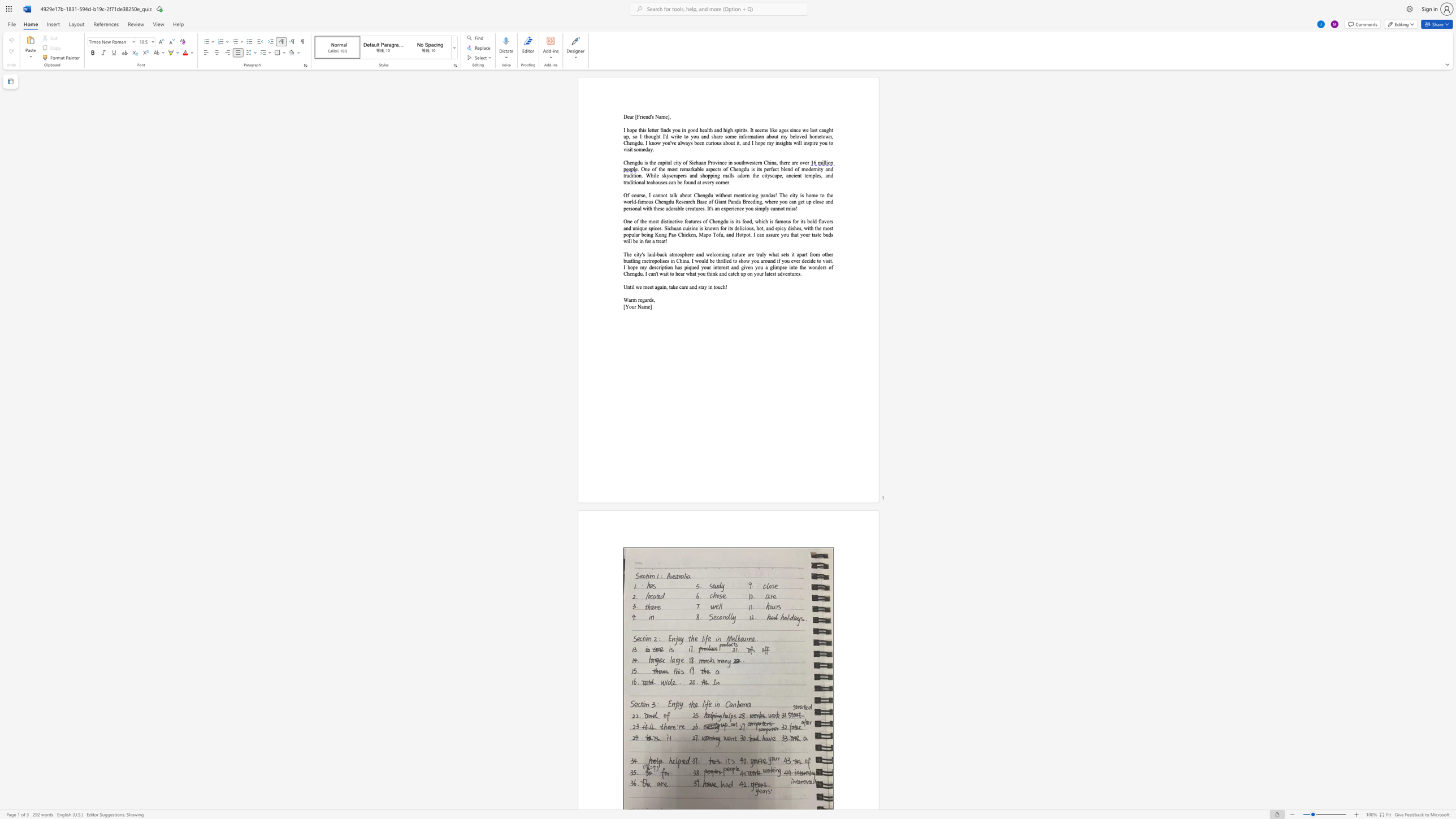 The image size is (1456, 819). What do you see at coordinates (658, 116) in the screenshot?
I see `the subset text "ame]" within the text "Dear [Friend"` at bounding box center [658, 116].